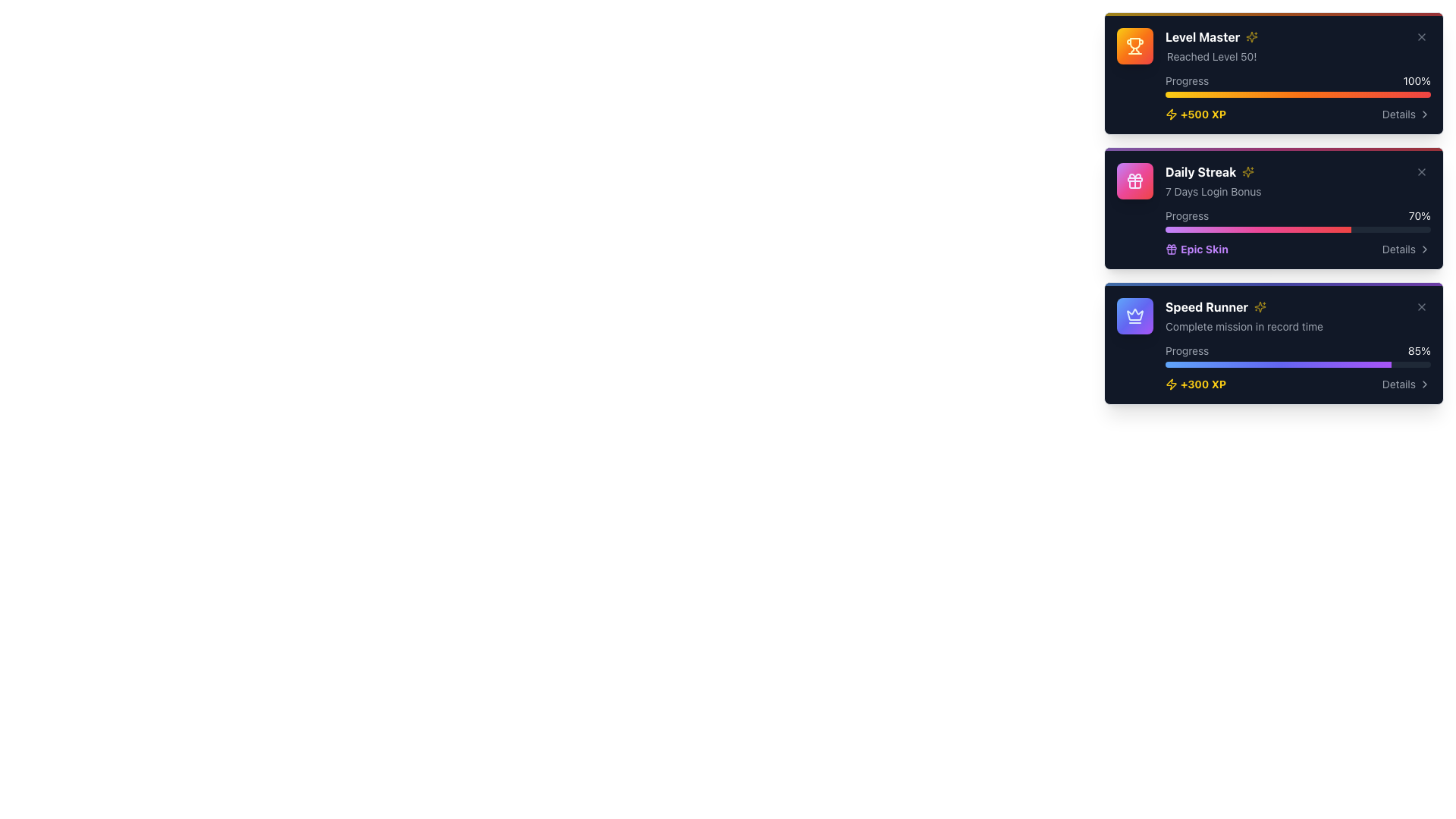  Describe the element at coordinates (1213, 180) in the screenshot. I see `the static information text element displaying 'Daily Streak' with the accompanying yellow sparkle icon, located between 'Level Master' and 'Speed Runner'` at that location.